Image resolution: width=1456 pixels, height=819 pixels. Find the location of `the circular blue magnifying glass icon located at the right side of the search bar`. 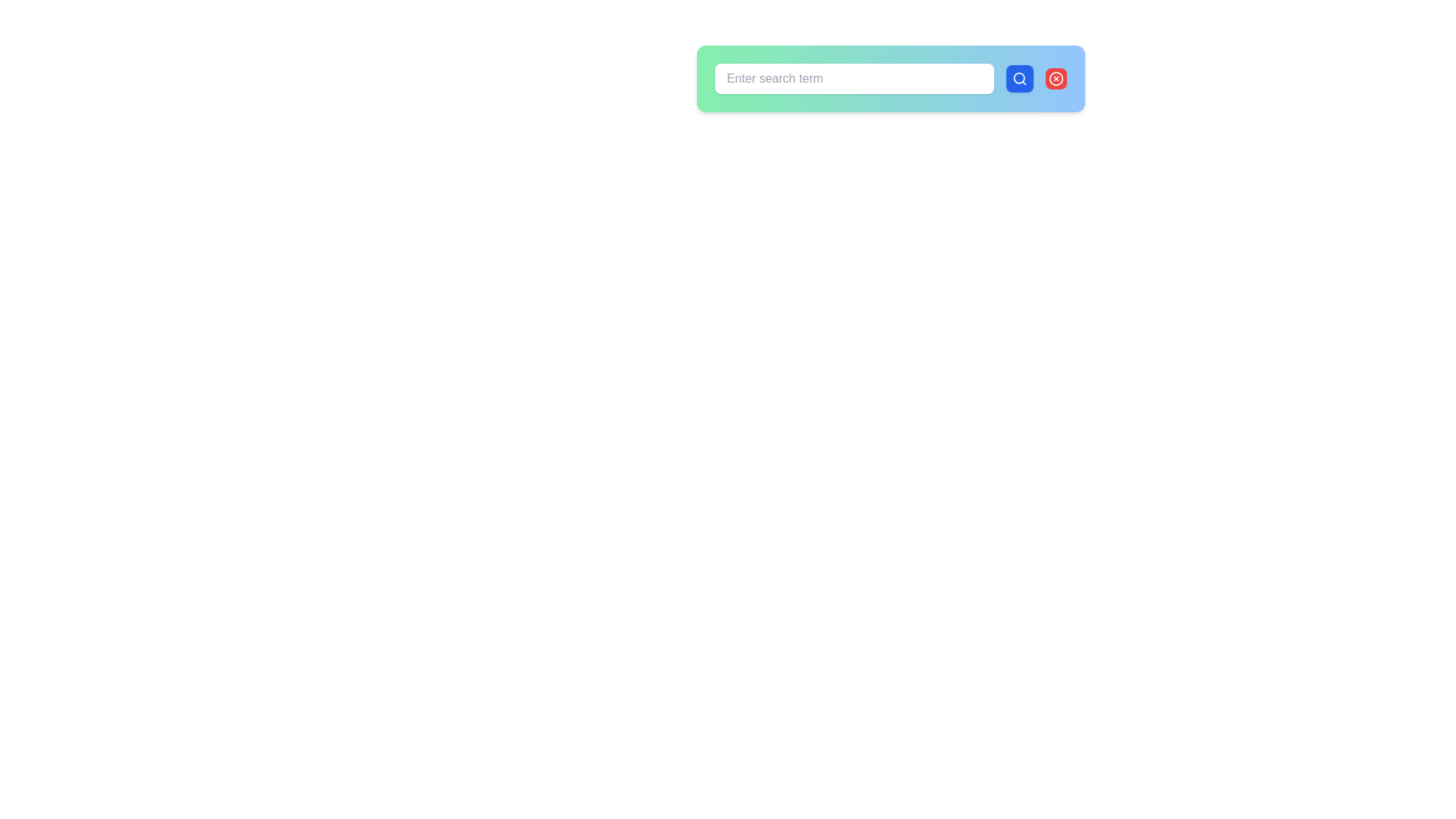

the circular blue magnifying glass icon located at the right side of the search bar is located at coordinates (1019, 79).